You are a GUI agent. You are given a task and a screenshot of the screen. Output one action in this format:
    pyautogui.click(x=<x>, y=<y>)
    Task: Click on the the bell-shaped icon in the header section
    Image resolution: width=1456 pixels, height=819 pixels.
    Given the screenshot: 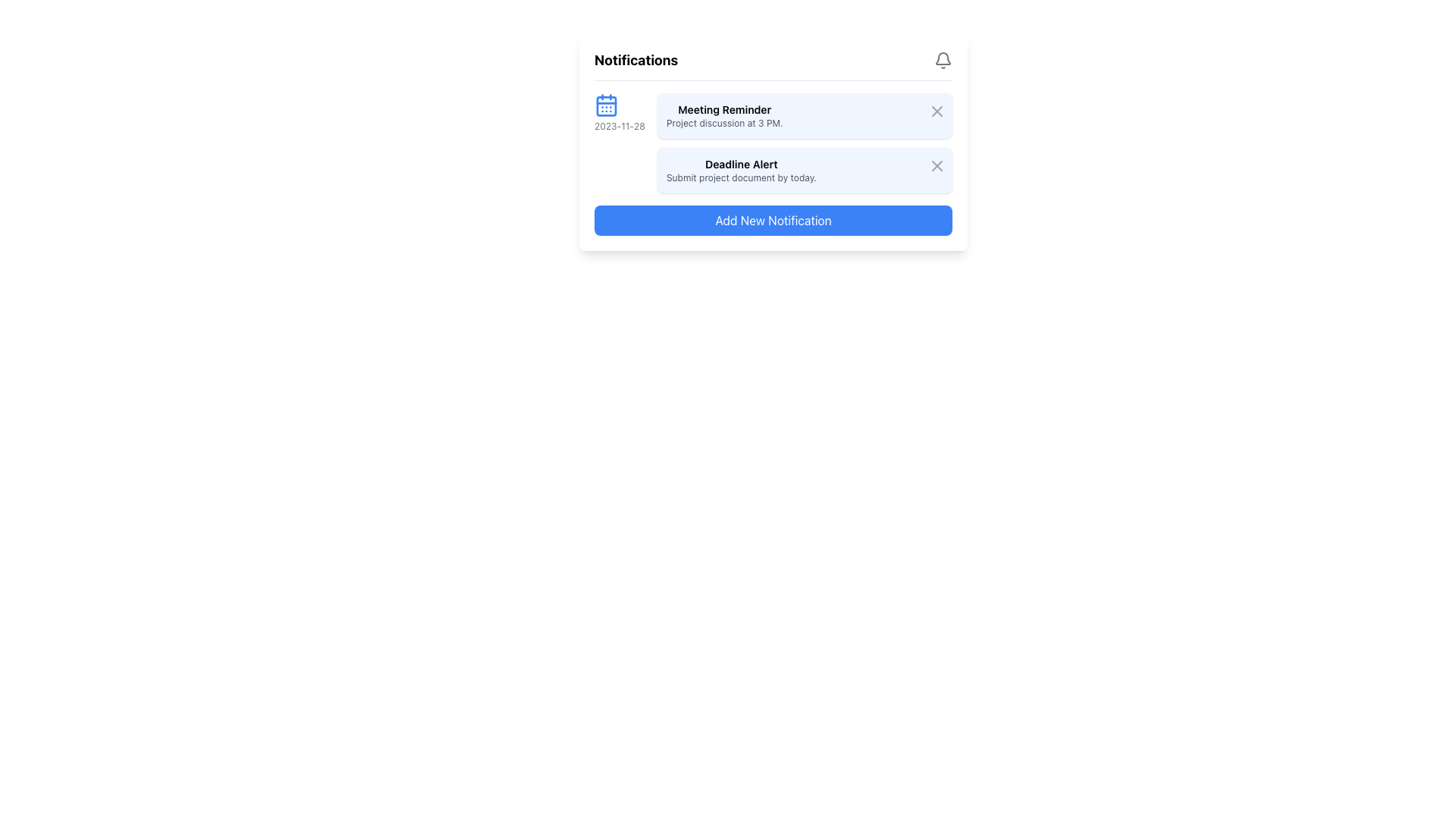 What is the action you would take?
    pyautogui.click(x=942, y=60)
    